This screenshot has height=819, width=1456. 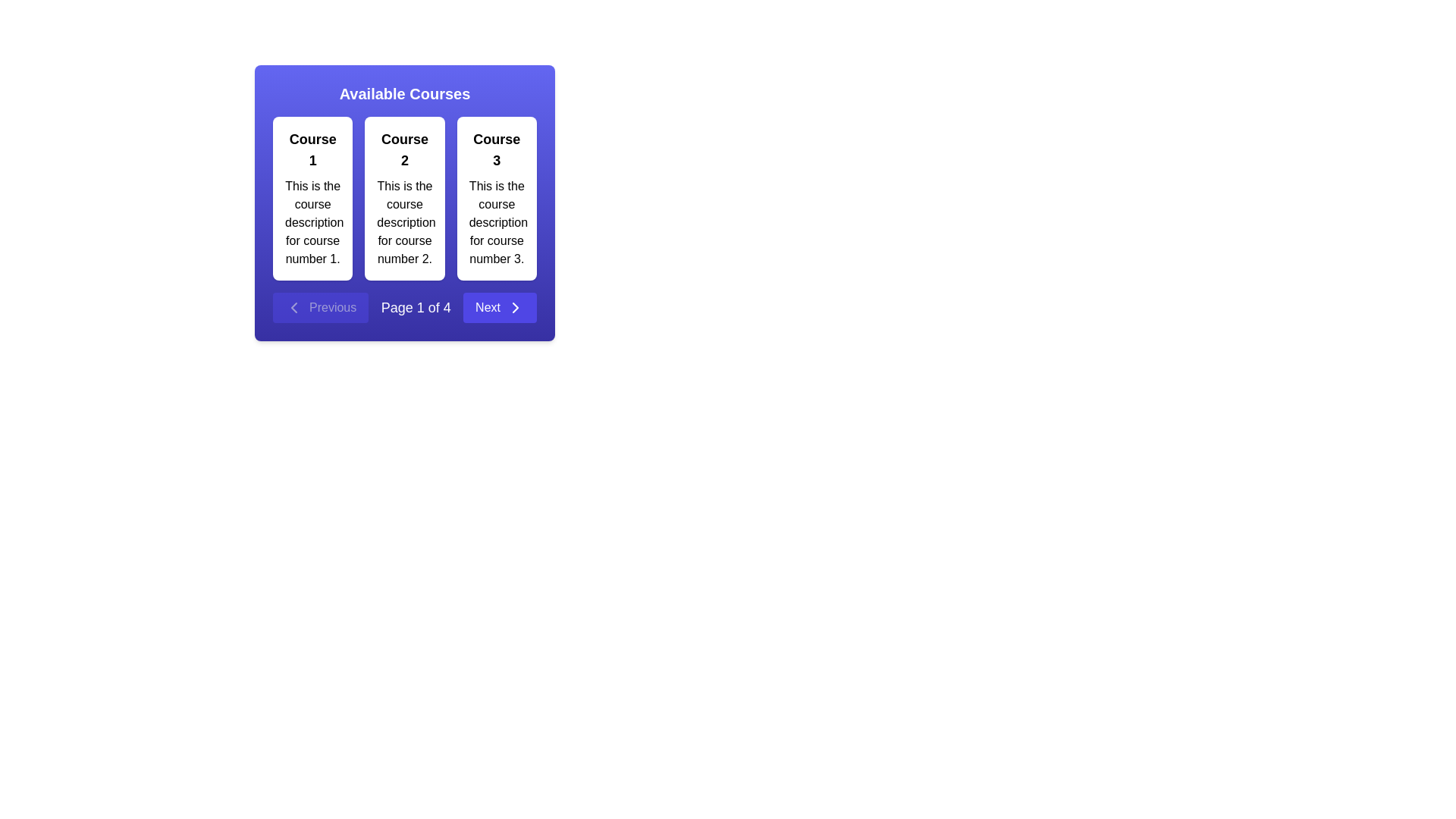 What do you see at coordinates (497, 222) in the screenshot?
I see `the text block stating 'This is the course description for course number 3.' located within the card labeled 'Course 3'` at bounding box center [497, 222].